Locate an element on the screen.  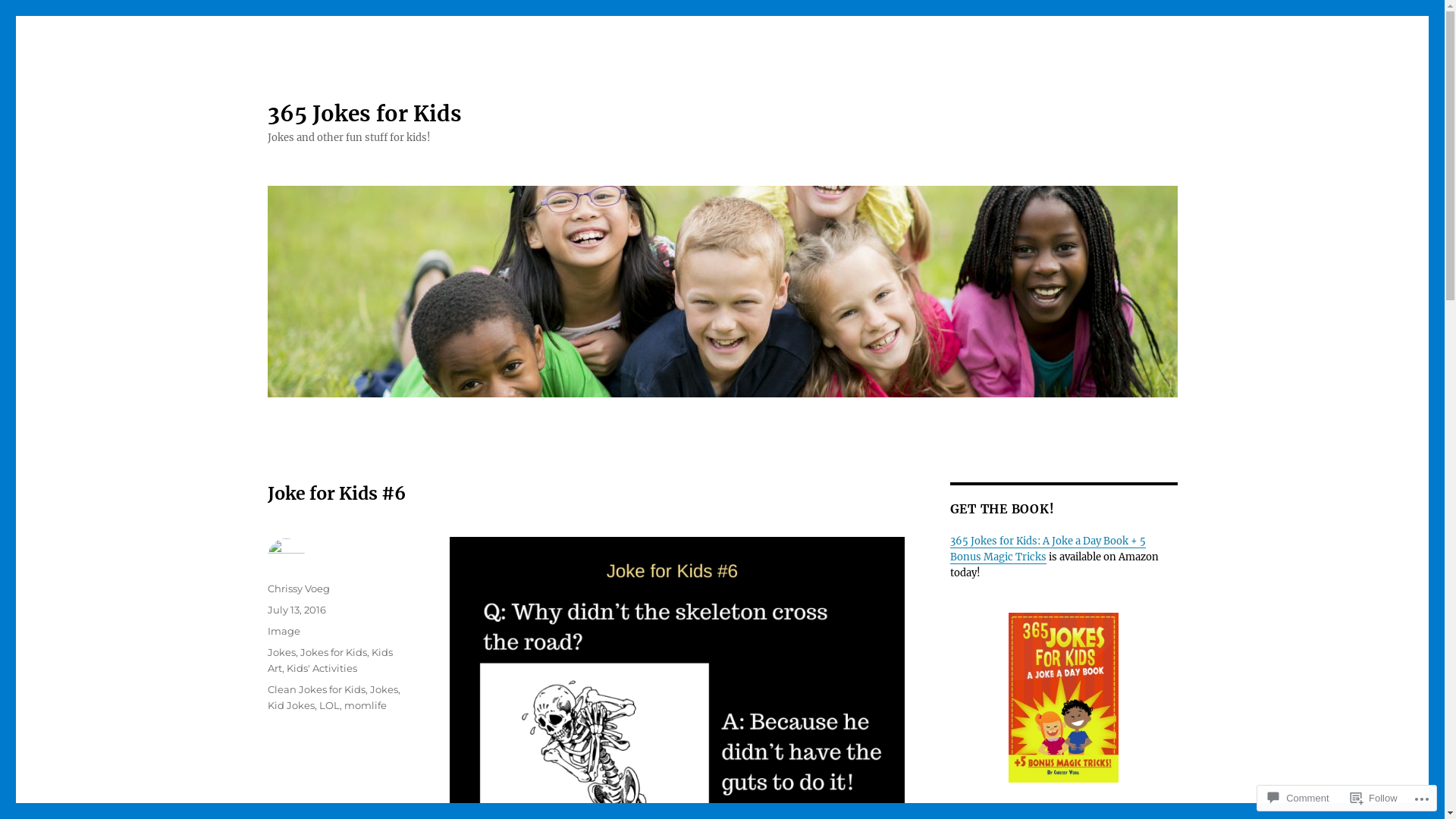
'July 13, 2016' is located at coordinates (296, 608).